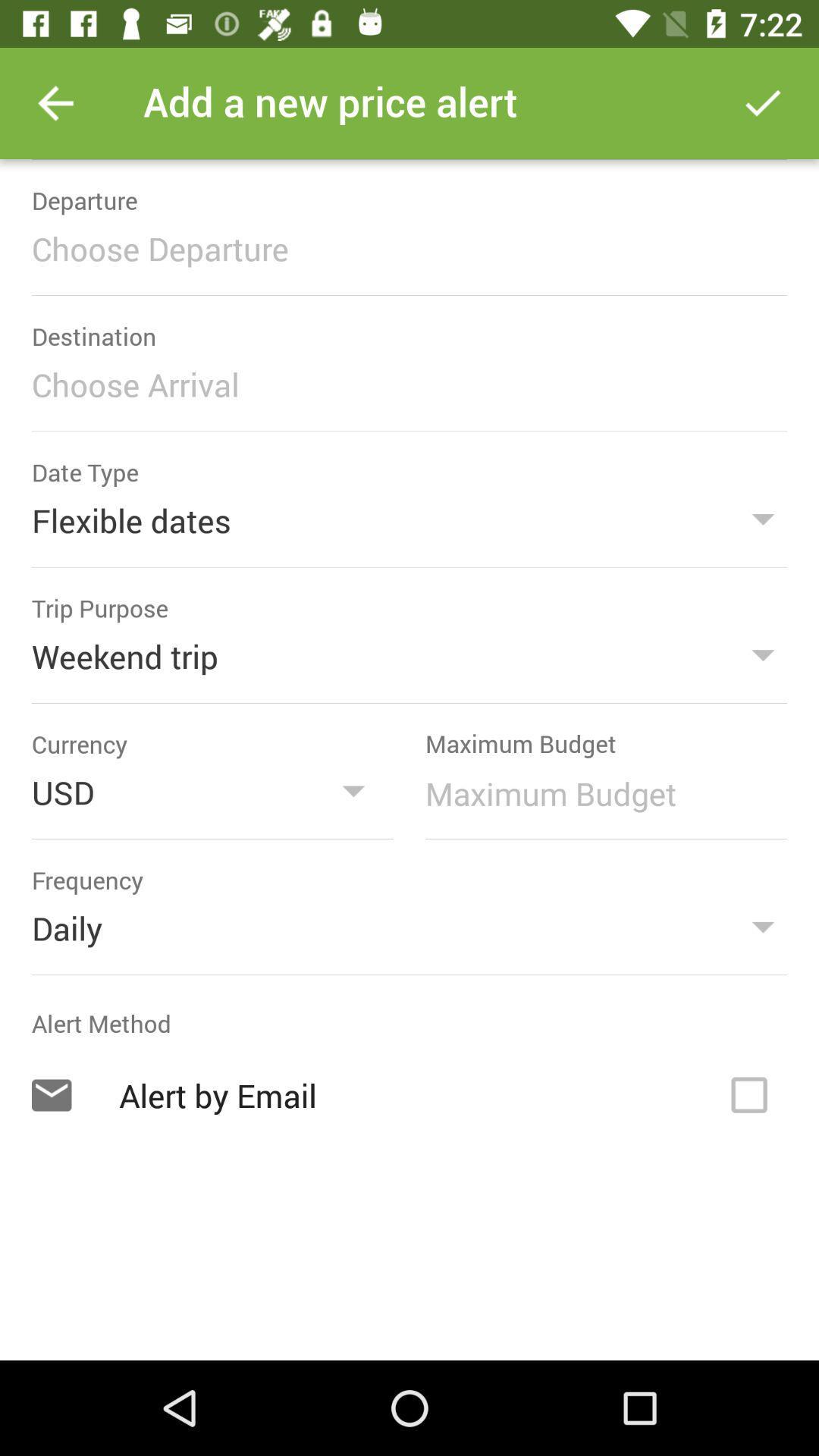  I want to click on icon to the right of add a new item, so click(763, 102).